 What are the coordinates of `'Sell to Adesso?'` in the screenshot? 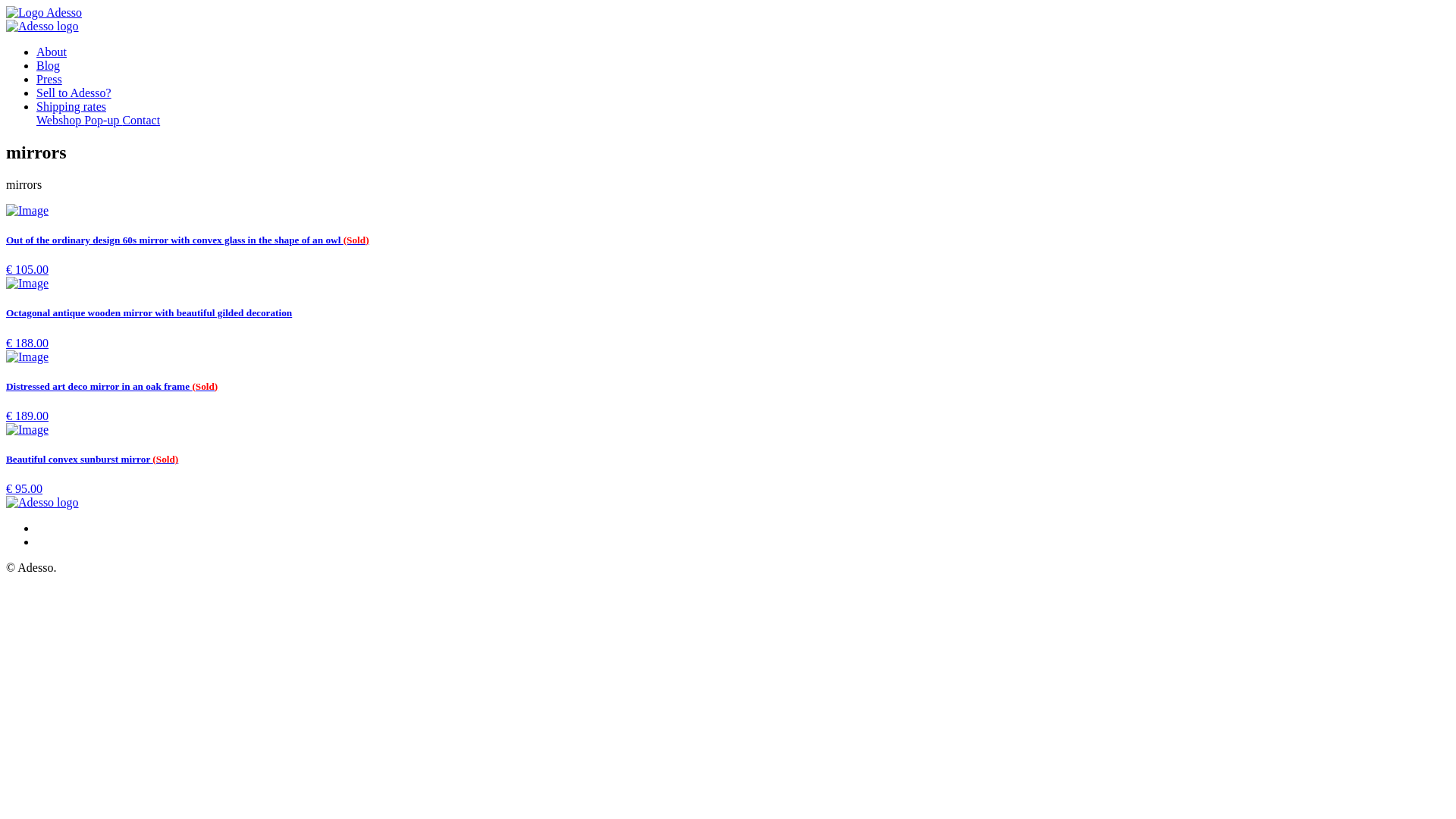 It's located at (73, 93).